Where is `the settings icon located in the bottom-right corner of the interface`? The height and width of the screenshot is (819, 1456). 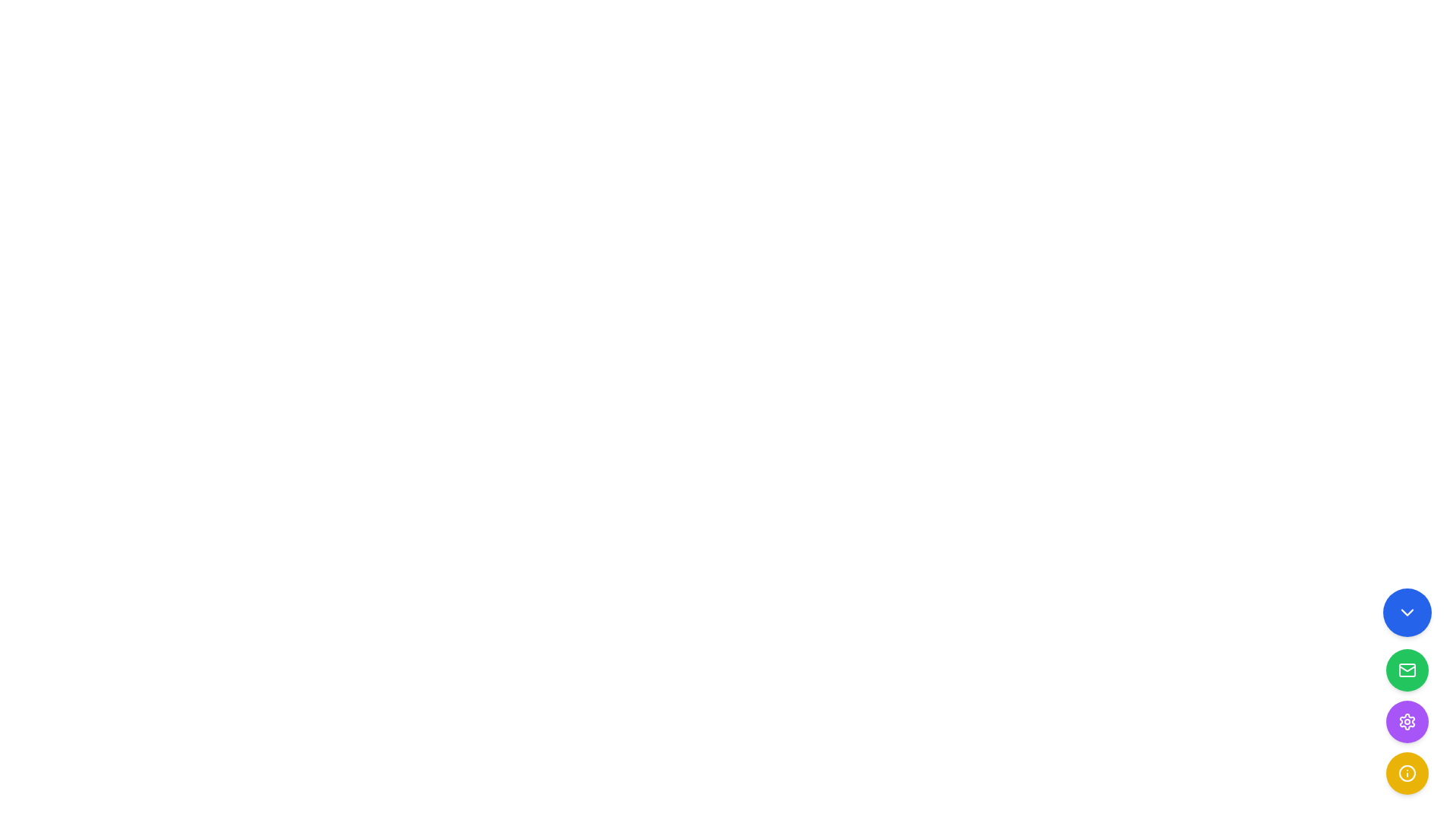
the settings icon located in the bottom-right corner of the interface is located at coordinates (1407, 721).